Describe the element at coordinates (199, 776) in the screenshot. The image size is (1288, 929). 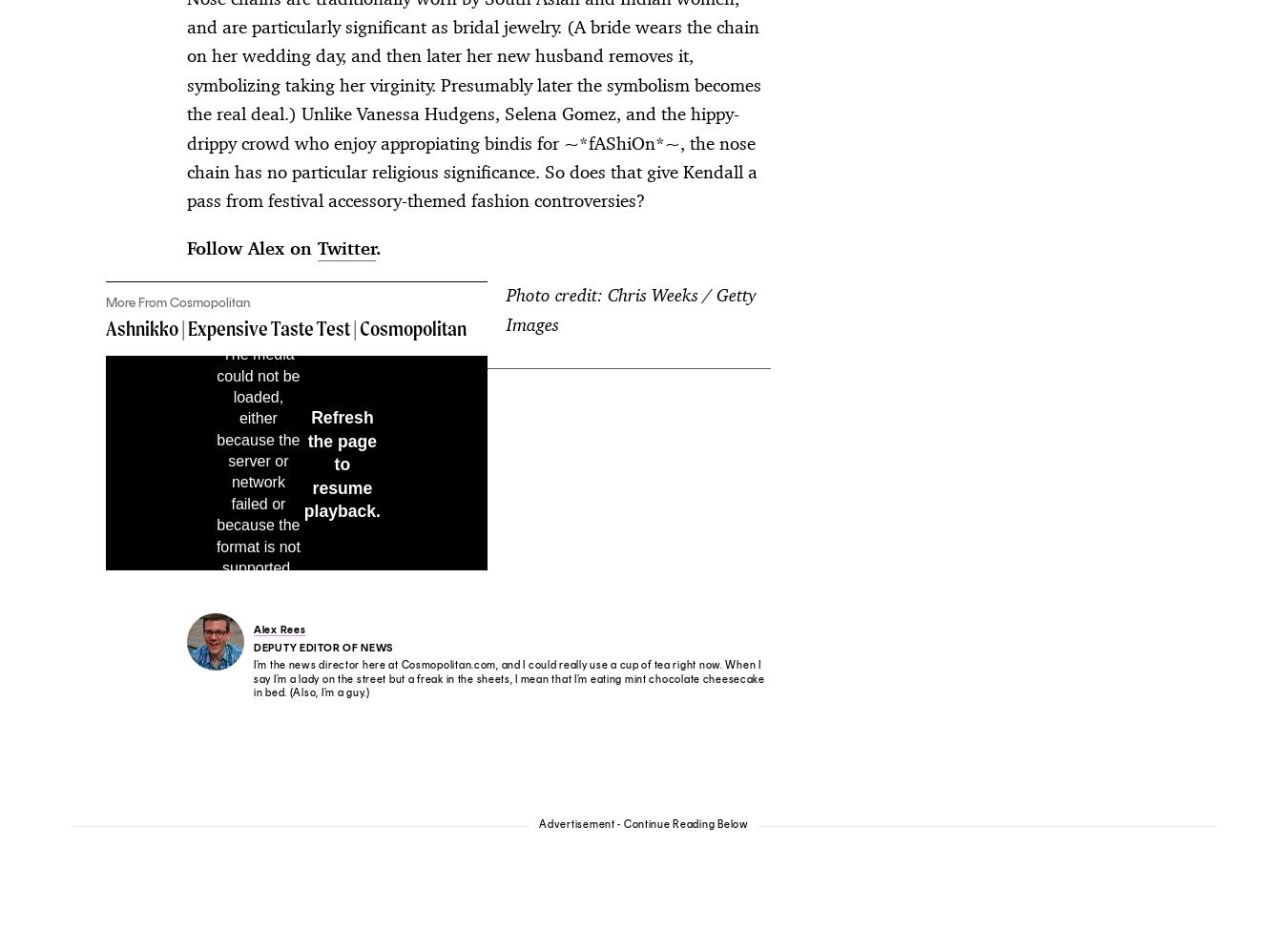
I see `'A Part of Hearst Digital Media'` at that location.